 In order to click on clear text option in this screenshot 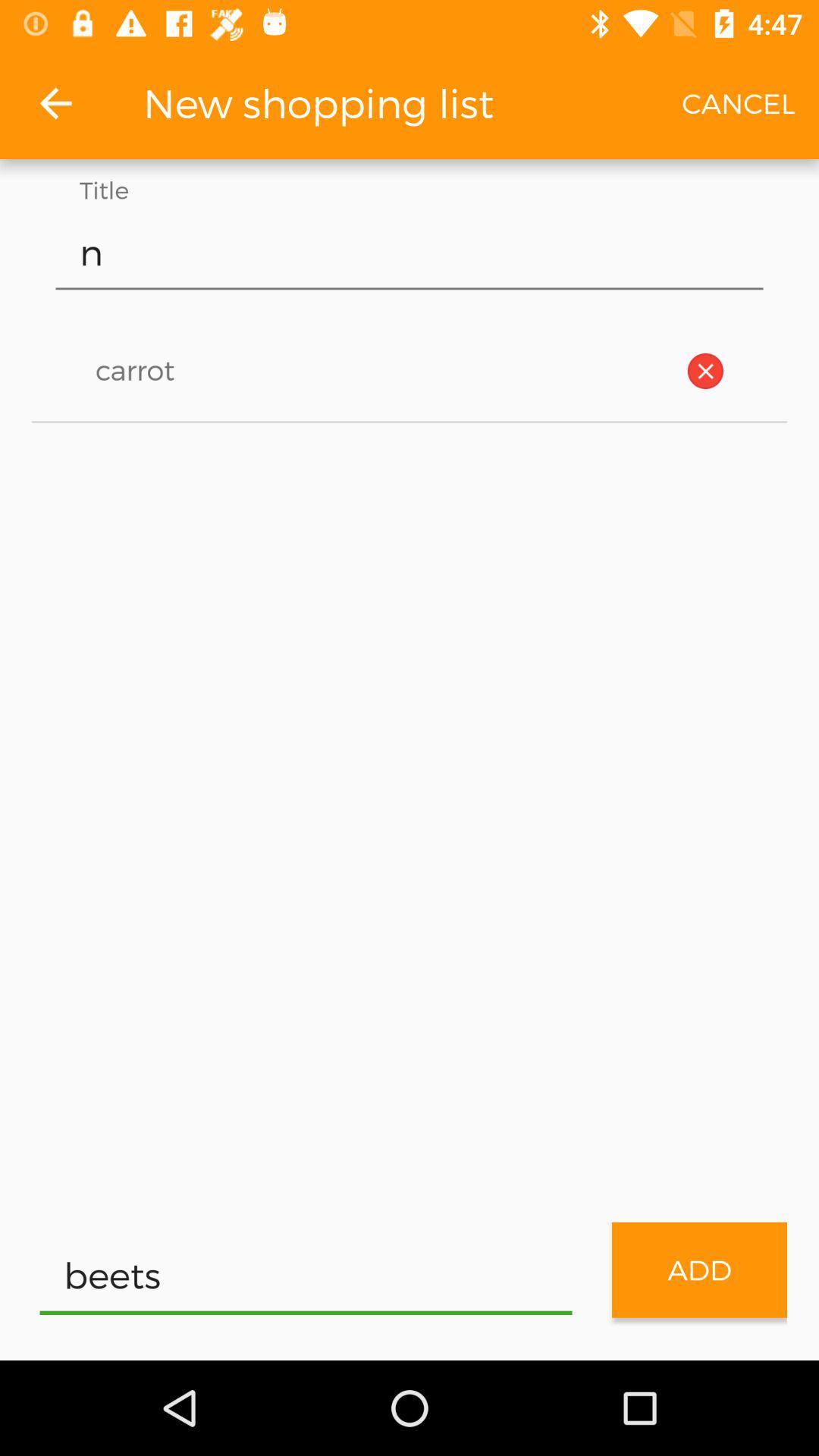, I will do `click(705, 371)`.